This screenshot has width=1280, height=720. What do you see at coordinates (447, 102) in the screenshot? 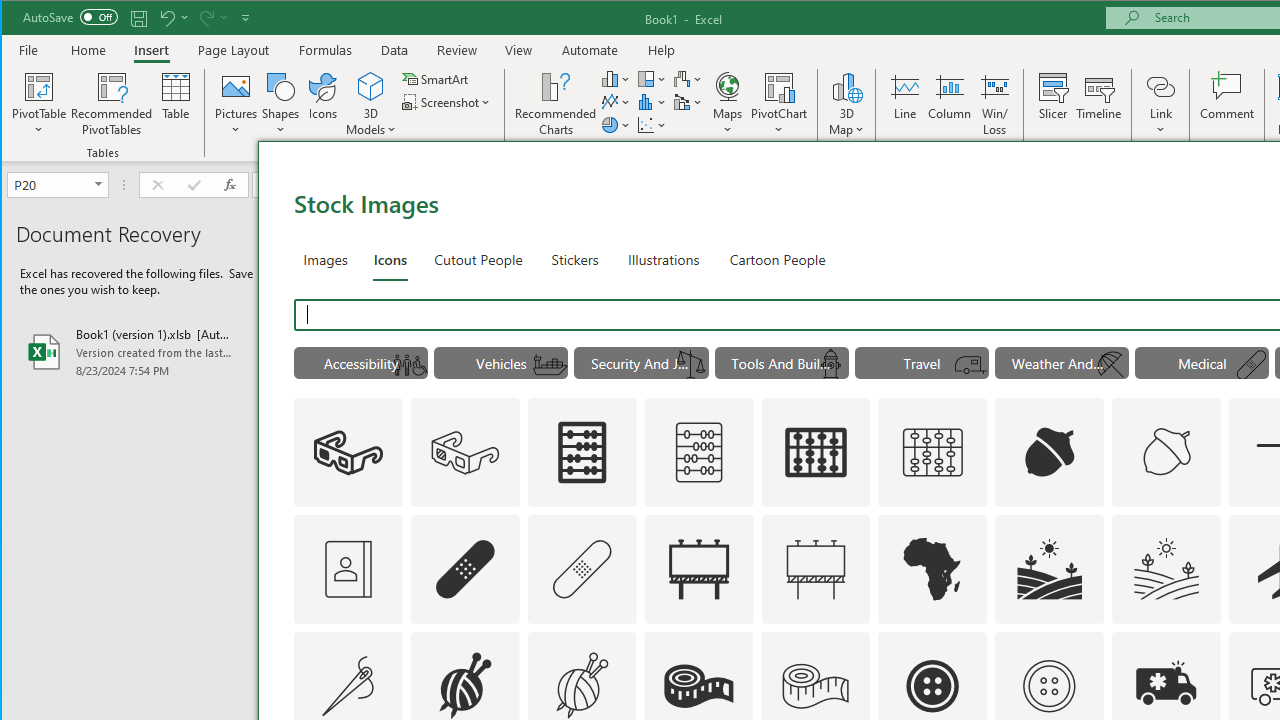
I see `'Screenshot'` at bounding box center [447, 102].